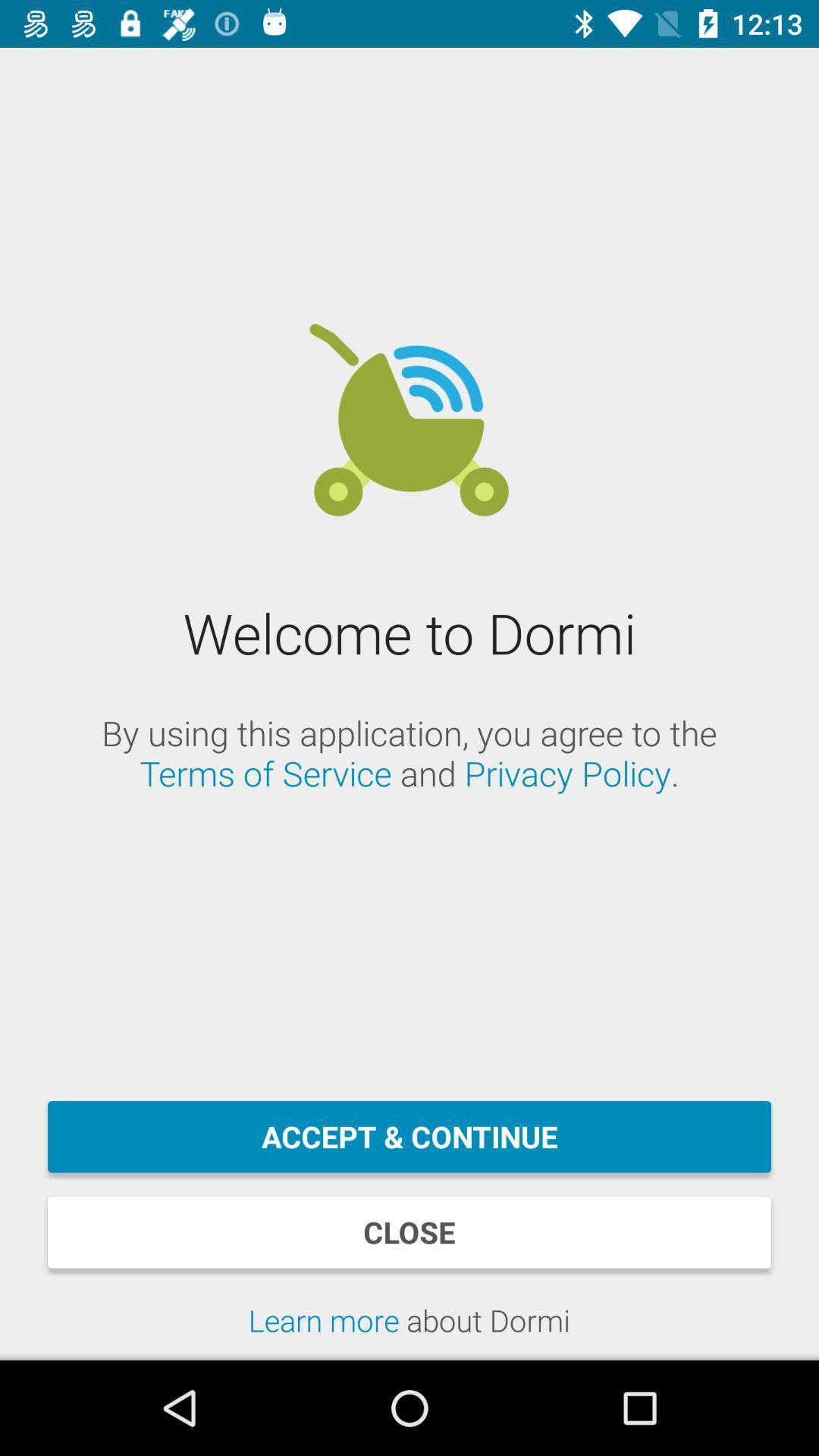 Image resolution: width=819 pixels, height=1456 pixels. What do you see at coordinates (409, 1137) in the screenshot?
I see `item above the close icon` at bounding box center [409, 1137].